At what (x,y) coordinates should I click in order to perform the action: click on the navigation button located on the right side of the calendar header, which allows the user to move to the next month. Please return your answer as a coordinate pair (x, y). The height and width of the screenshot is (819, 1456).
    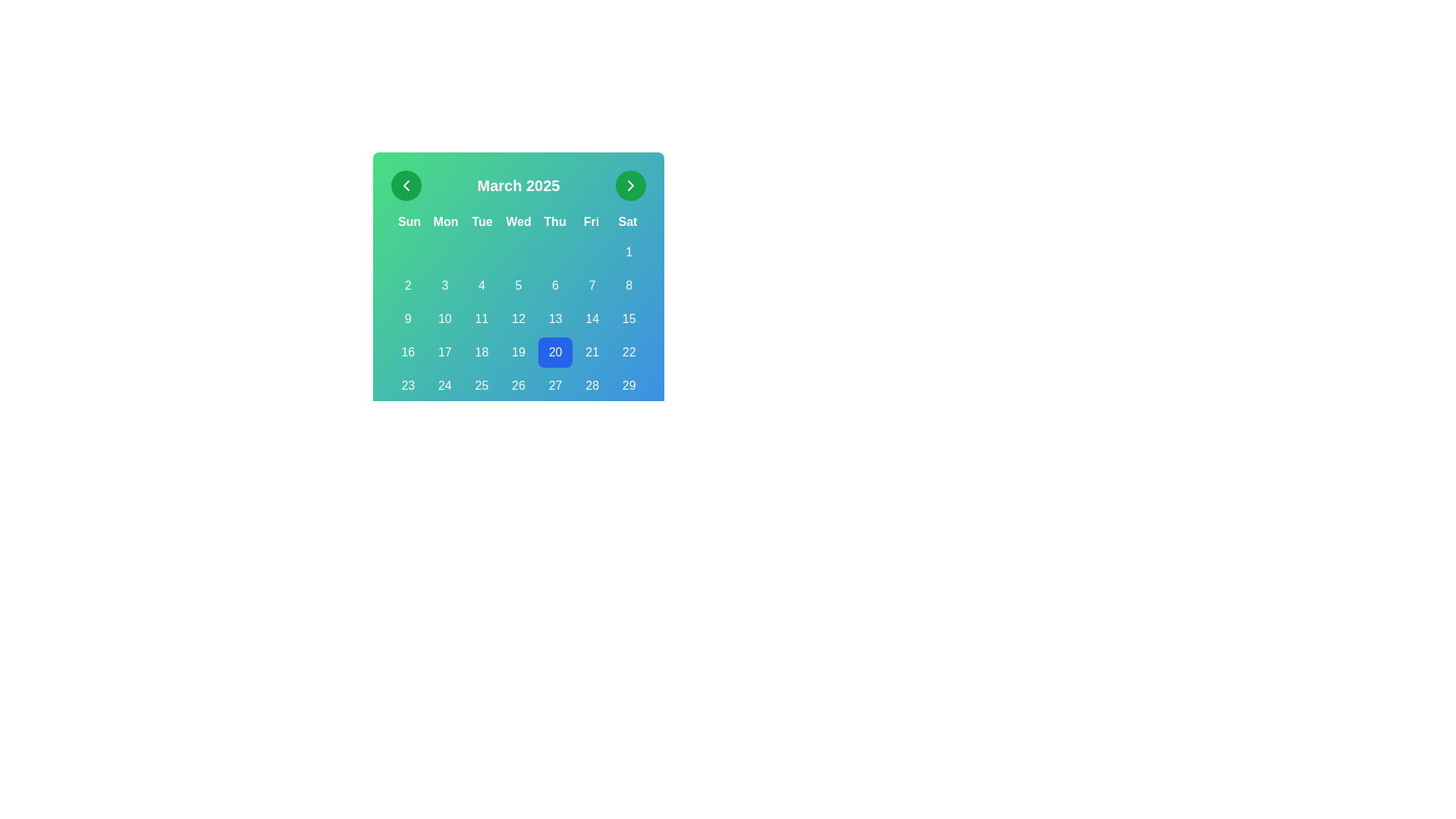
    Looking at the image, I should click on (630, 185).